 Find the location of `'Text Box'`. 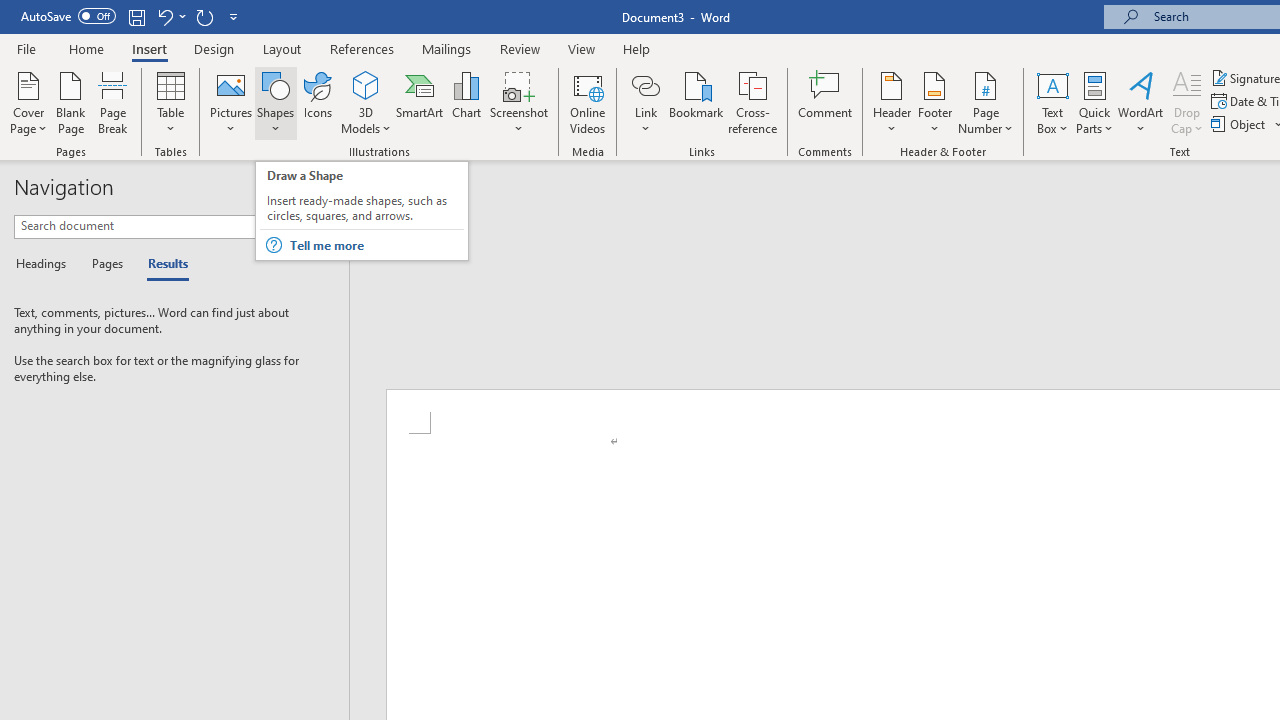

'Text Box' is located at coordinates (1051, 103).